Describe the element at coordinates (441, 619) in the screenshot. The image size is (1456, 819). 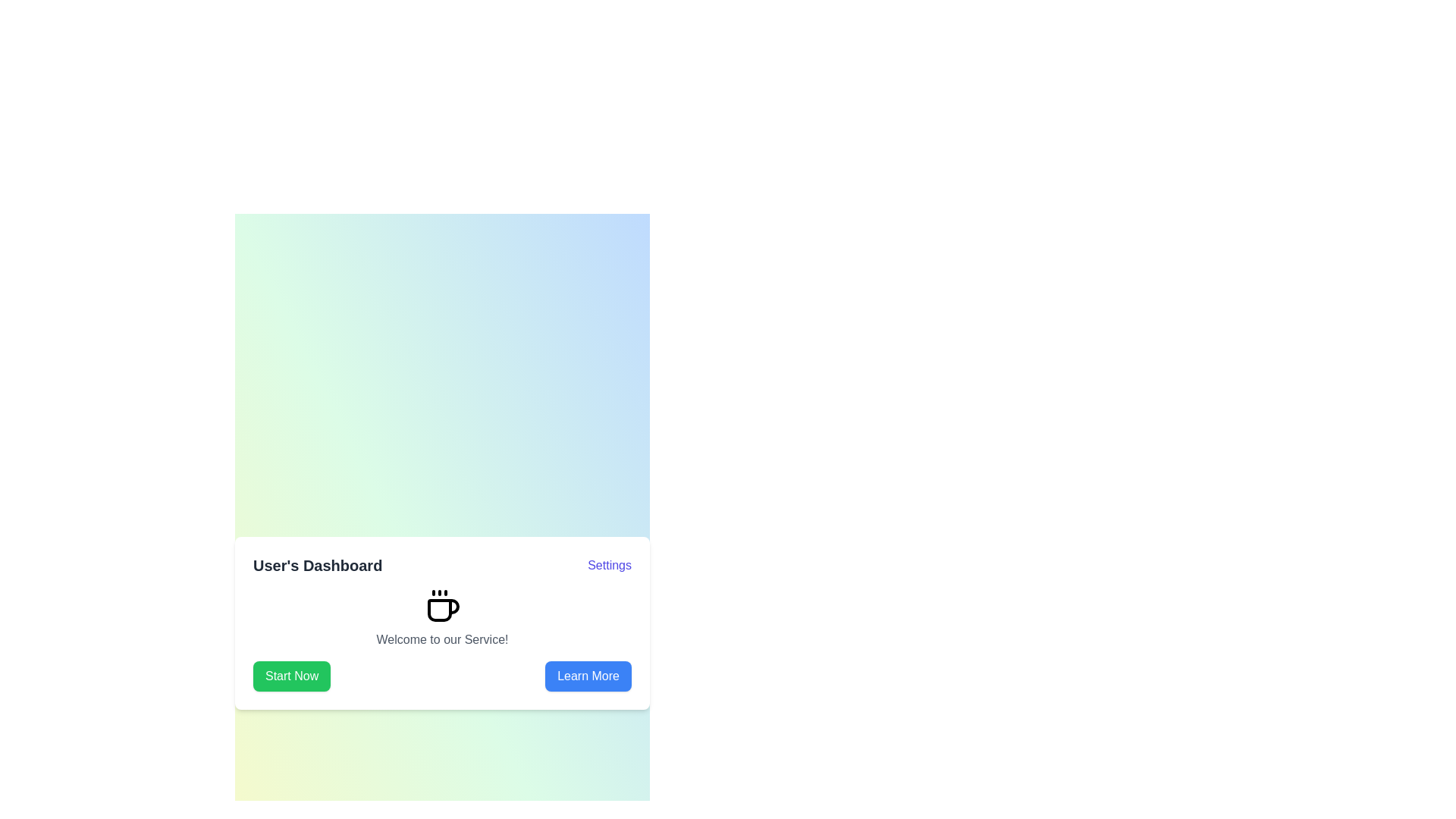
I see `the informational visual-textual component featuring a cup illustration and the text 'Welcome to our Service!'` at that location.